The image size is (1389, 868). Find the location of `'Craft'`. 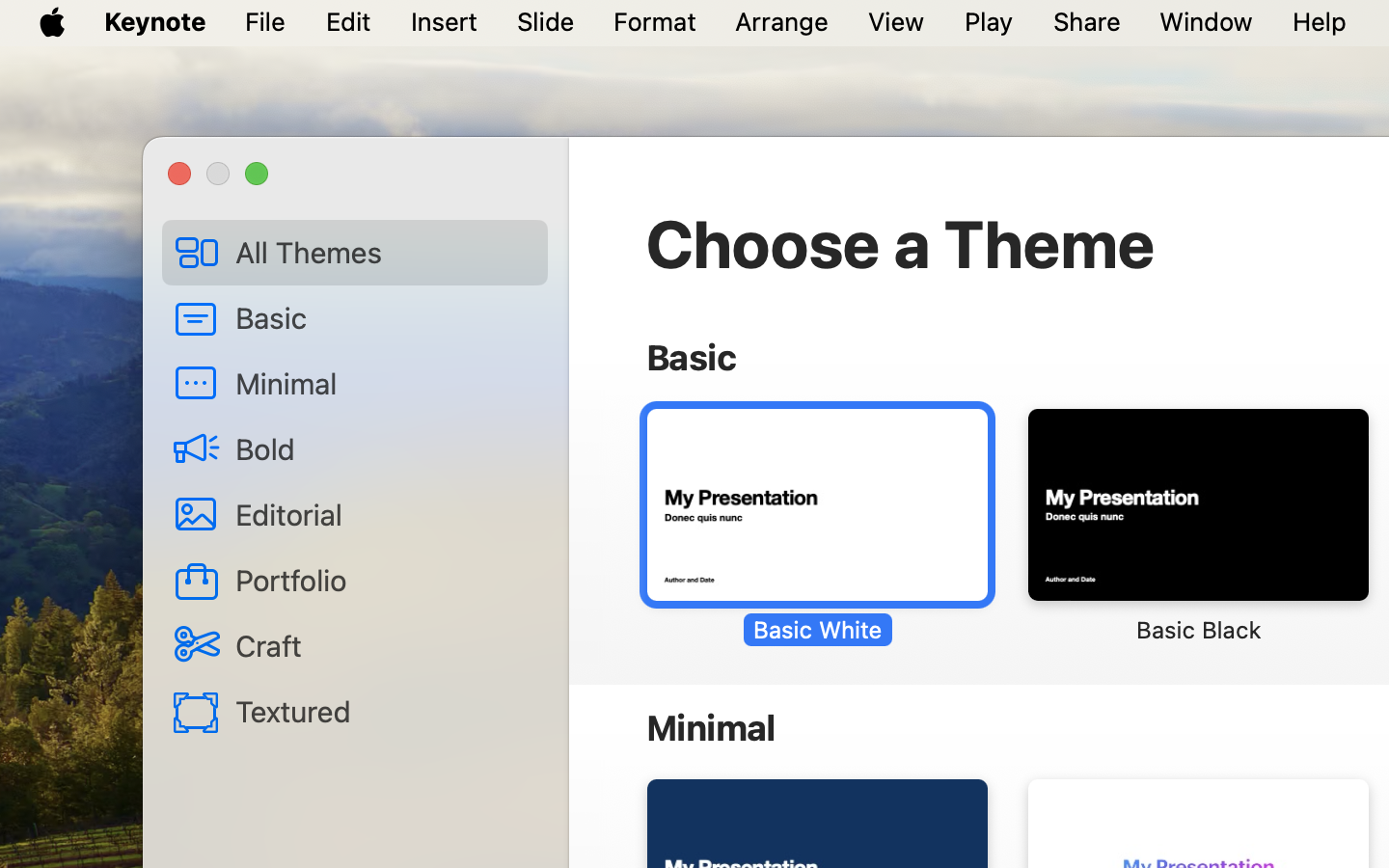

'Craft' is located at coordinates (383, 644).